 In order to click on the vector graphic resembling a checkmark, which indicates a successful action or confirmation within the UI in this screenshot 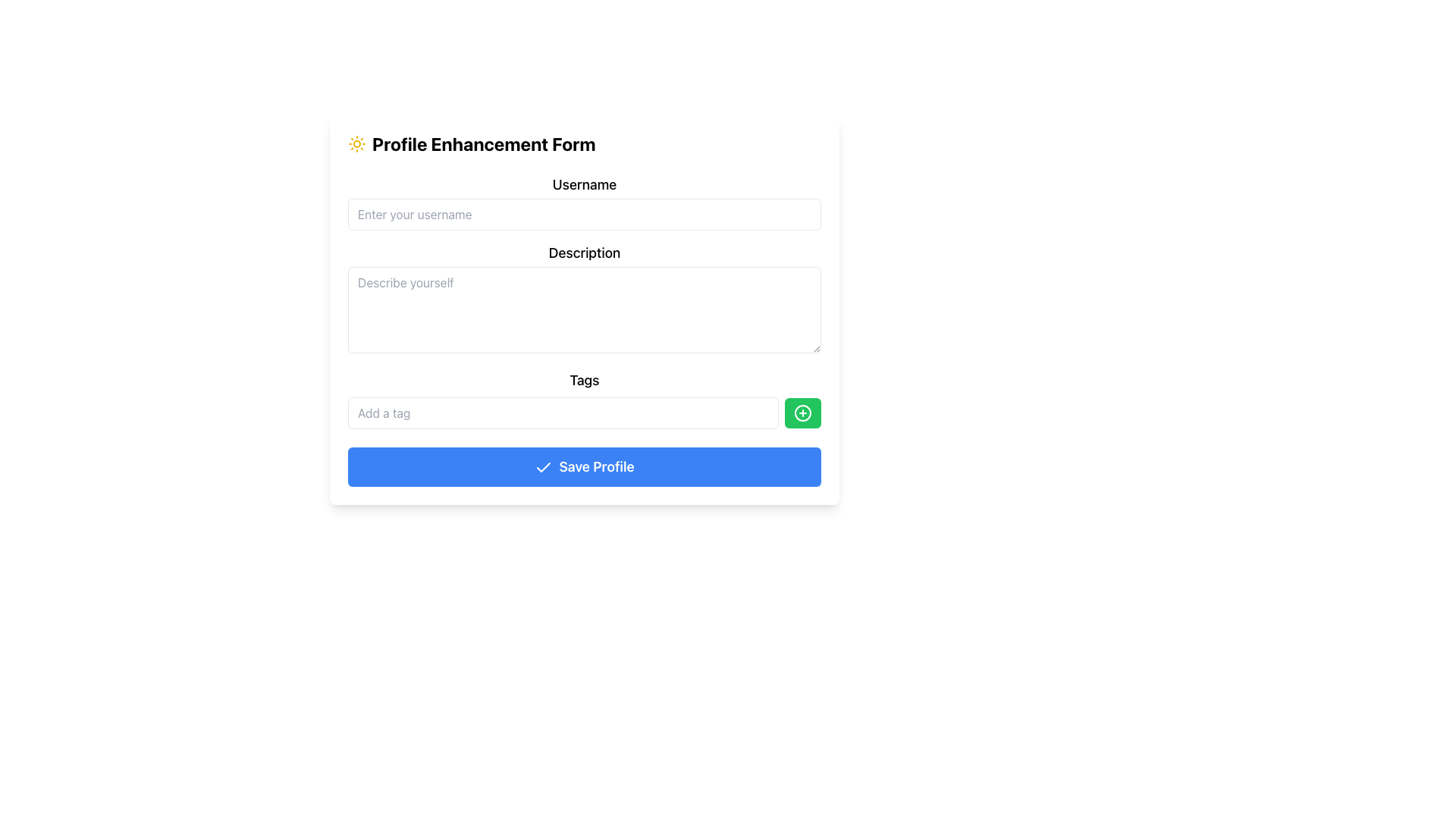, I will do `click(544, 466)`.